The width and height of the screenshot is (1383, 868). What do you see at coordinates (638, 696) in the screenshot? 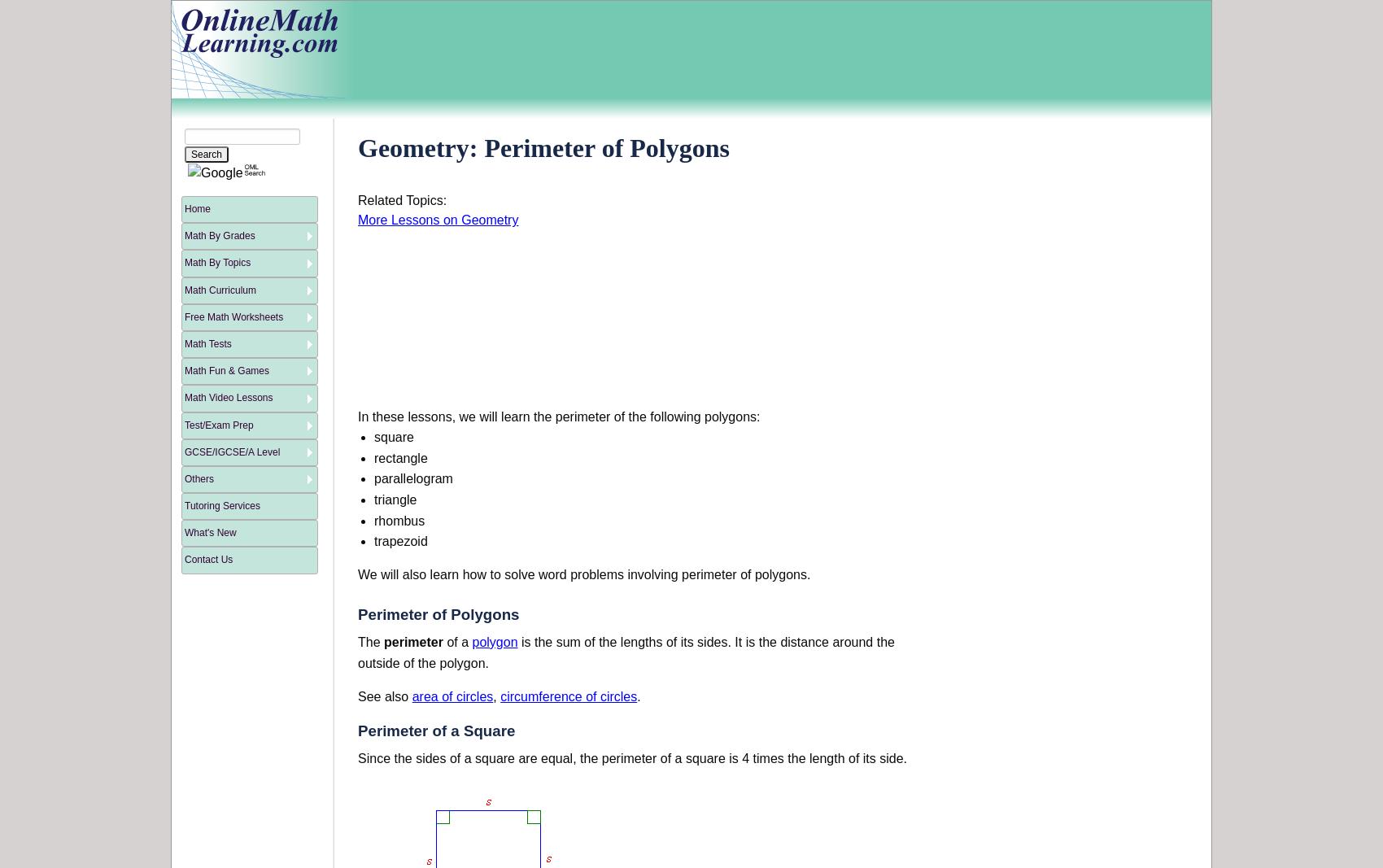
I see `'.'` at bounding box center [638, 696].